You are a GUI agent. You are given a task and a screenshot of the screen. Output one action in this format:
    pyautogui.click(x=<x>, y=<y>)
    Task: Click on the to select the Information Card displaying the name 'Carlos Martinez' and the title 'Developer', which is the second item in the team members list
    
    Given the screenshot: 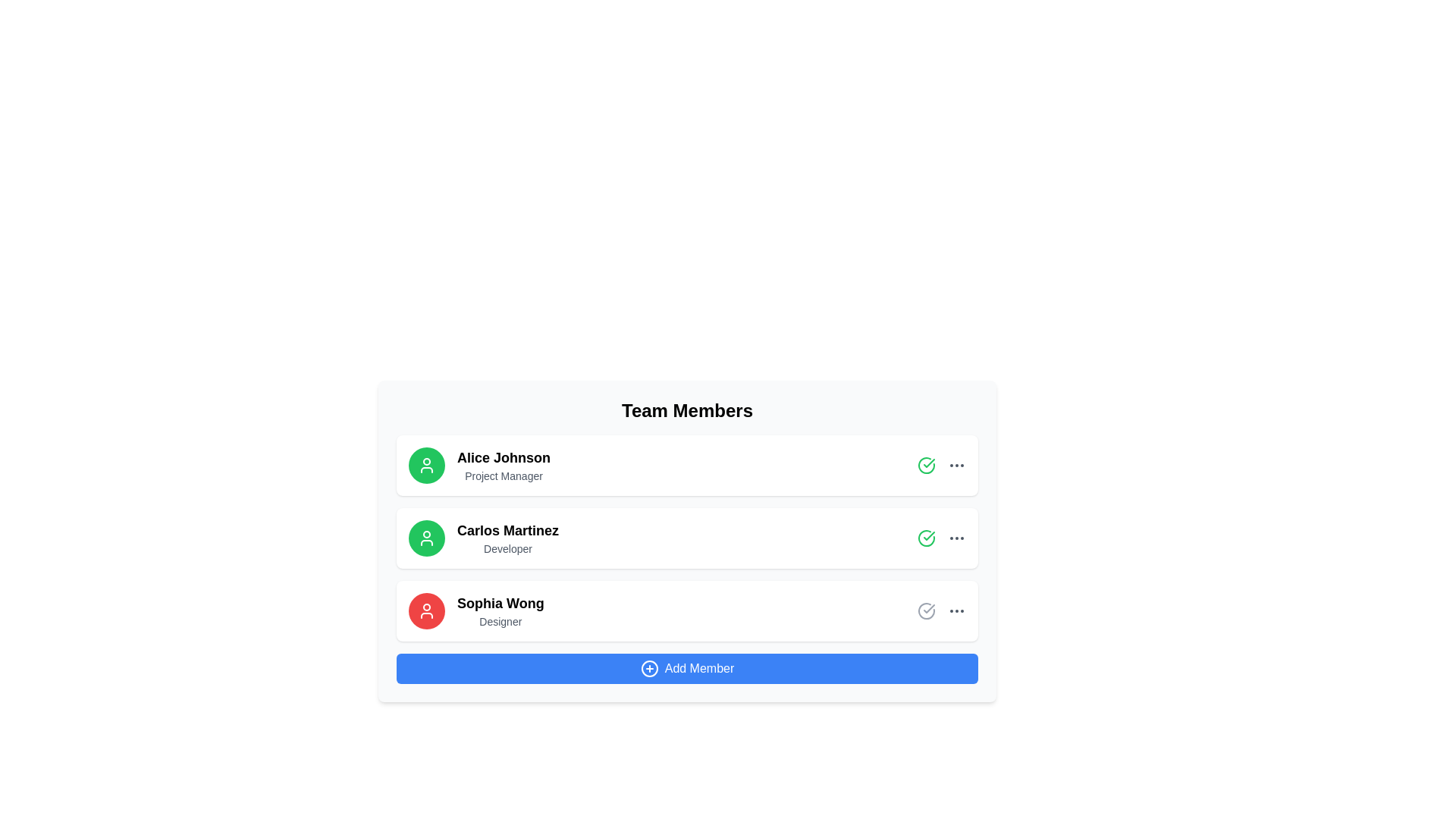 What is the action you would take?
    pyautogui.click(x=686, y=552)
    